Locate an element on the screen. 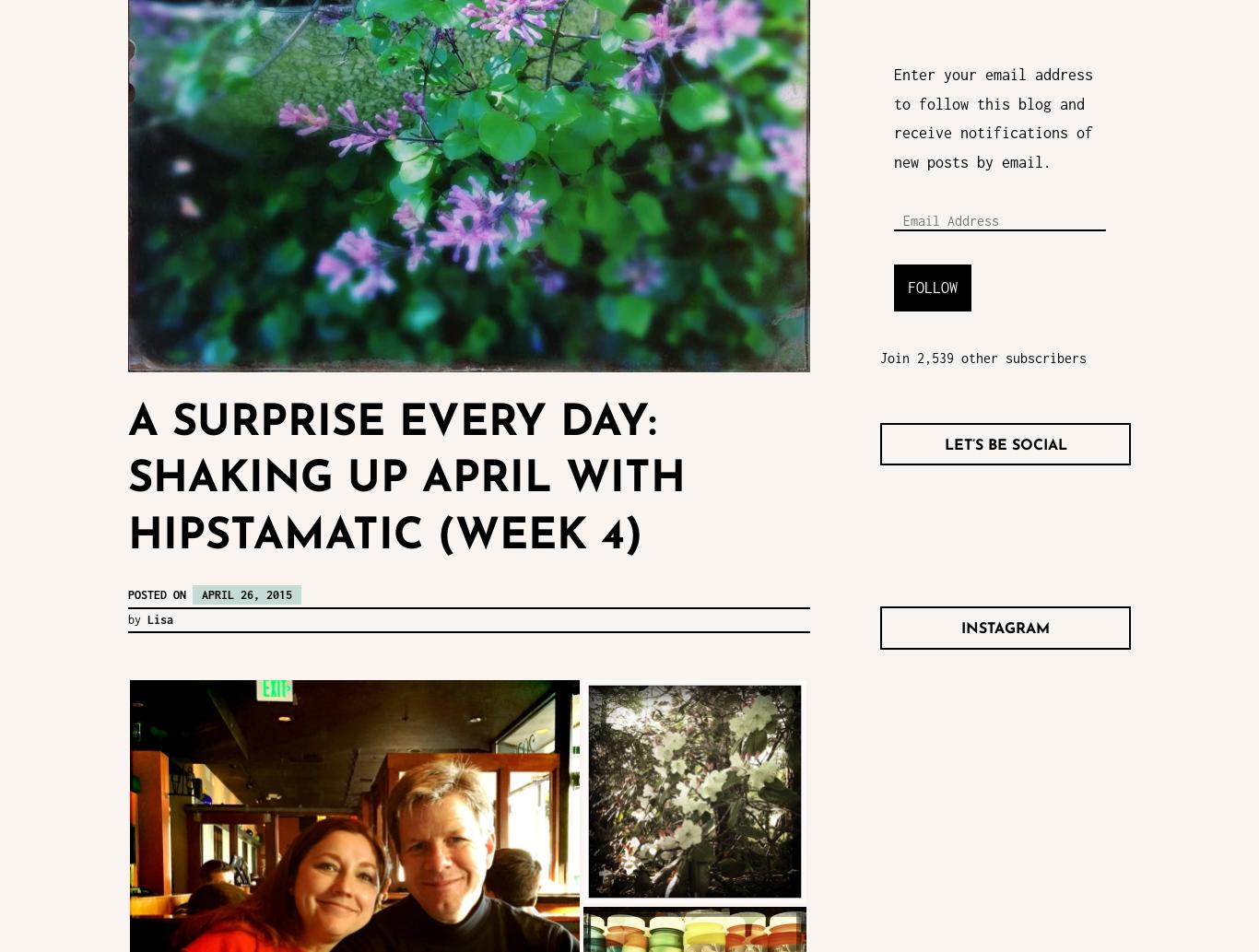  'Let’s Be Social' is located at coordinates (943, 445).